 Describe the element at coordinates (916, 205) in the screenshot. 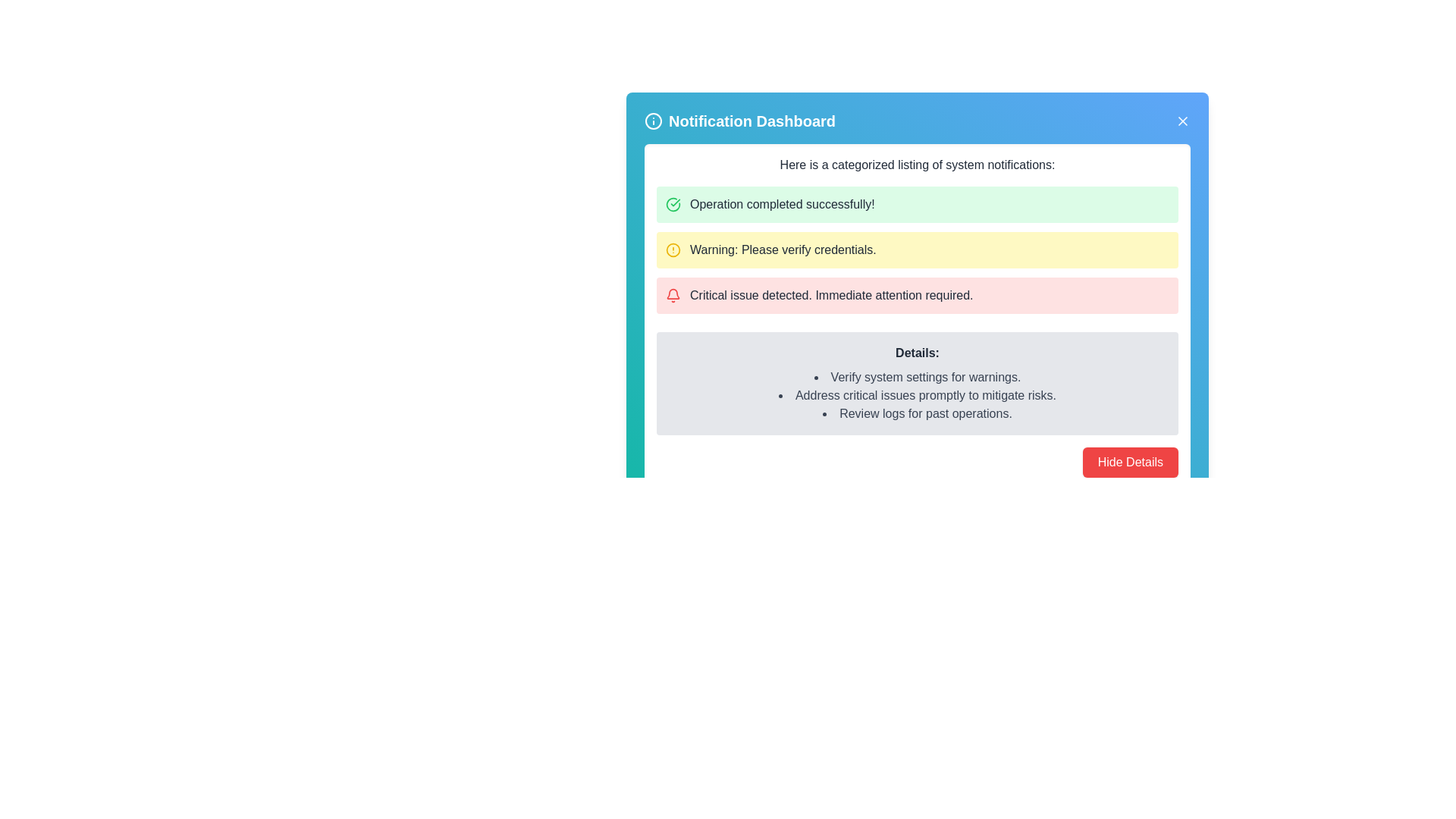

I see `success message displayed in the Notification message box, which is located at the top of the notification stack` at that location.